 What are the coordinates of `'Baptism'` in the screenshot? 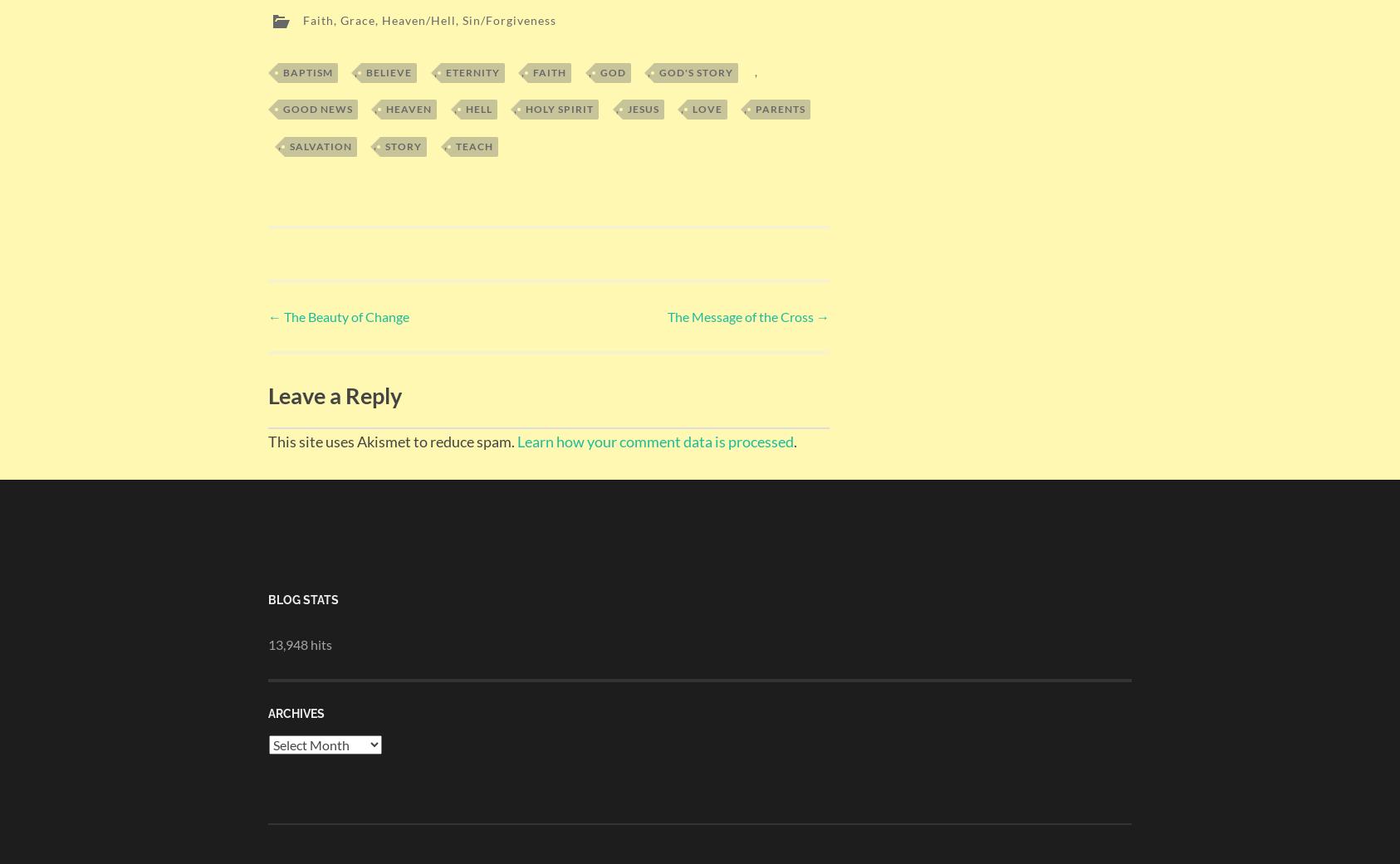 It's located at (306, 66).